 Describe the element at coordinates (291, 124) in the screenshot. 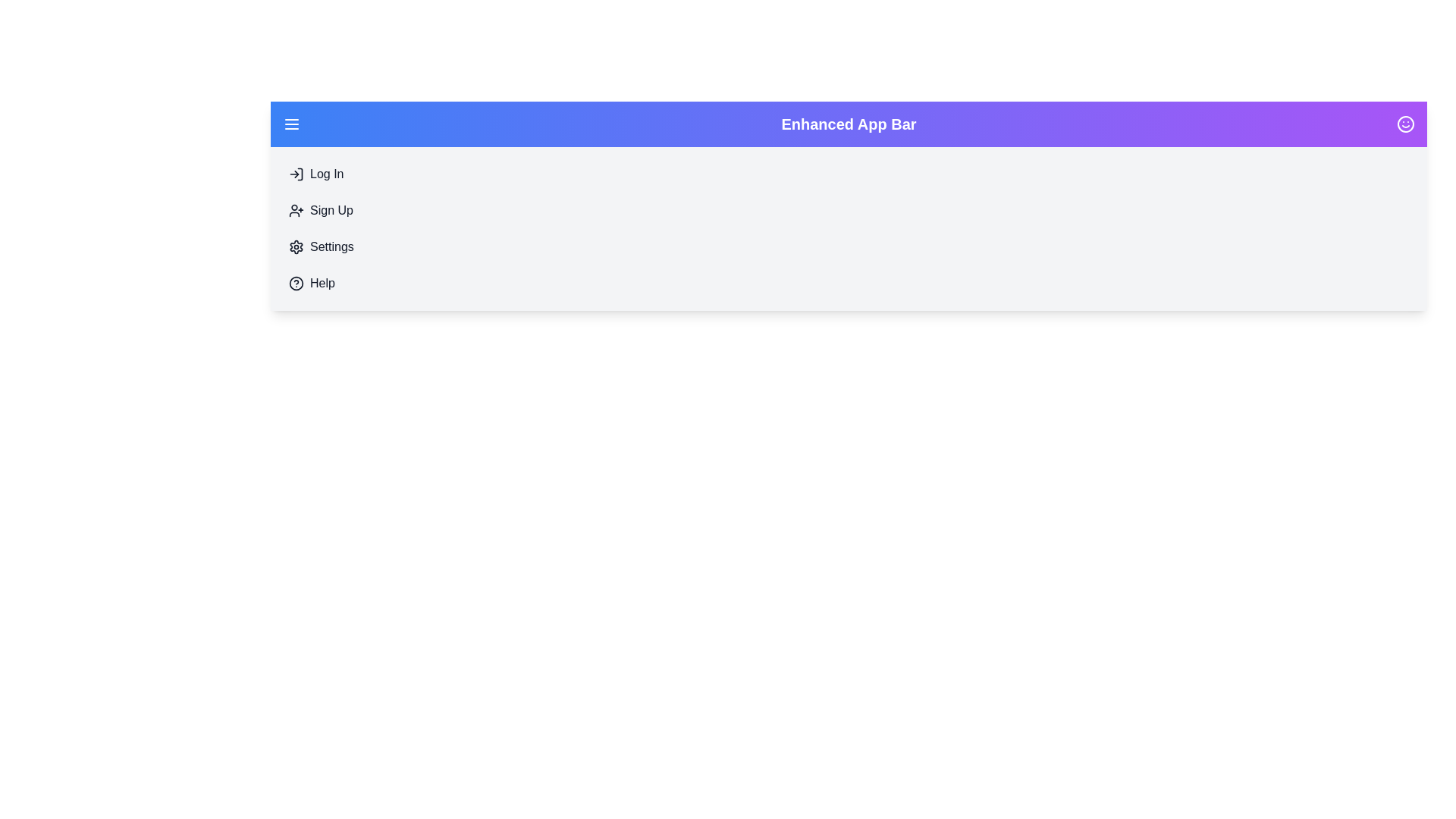

I see `menu button to toggle the menu visibility` at that location.